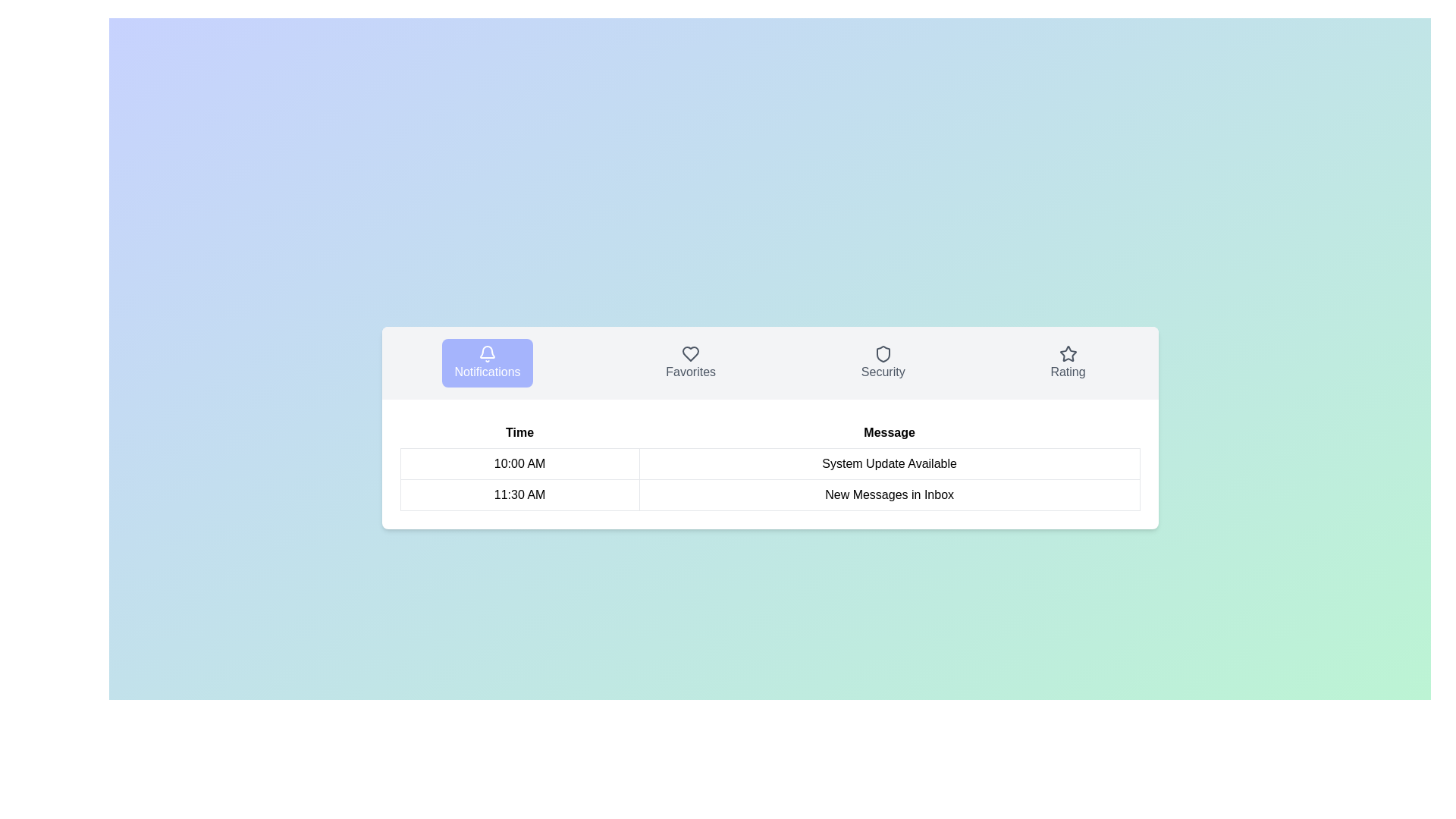  Describe the element at coordinates (883, 372) in the screenshot. I see `the third text label in the menu options that is positioned between 'Favorites' and 'Rating', which is associated with security-related functionalities` at that location.